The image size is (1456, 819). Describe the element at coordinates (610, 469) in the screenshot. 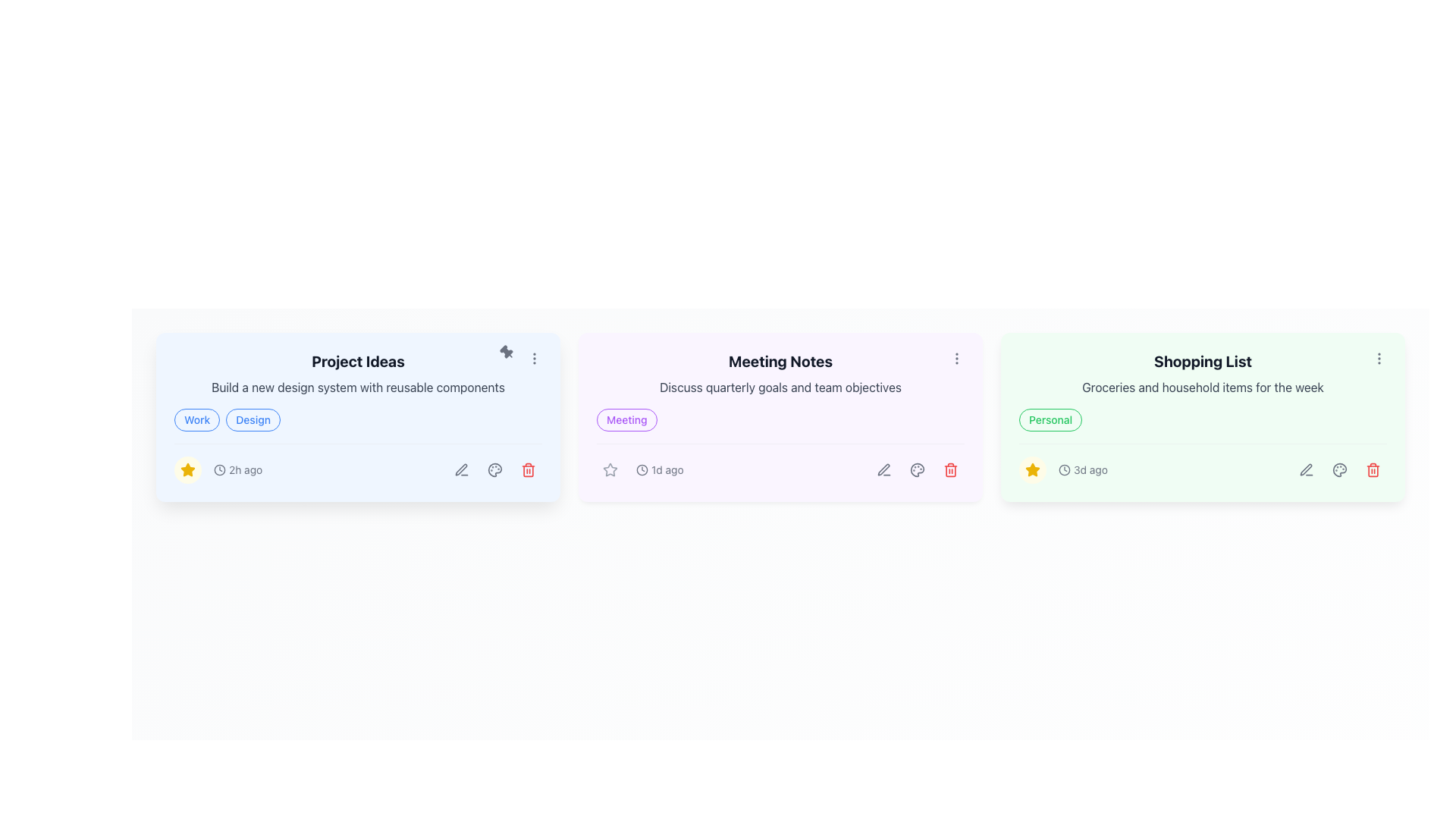

I see `the star icon button located at the bottom-left corner of the 'Meeting Notes' card to favorite or unfavorite the associated item` at that location.